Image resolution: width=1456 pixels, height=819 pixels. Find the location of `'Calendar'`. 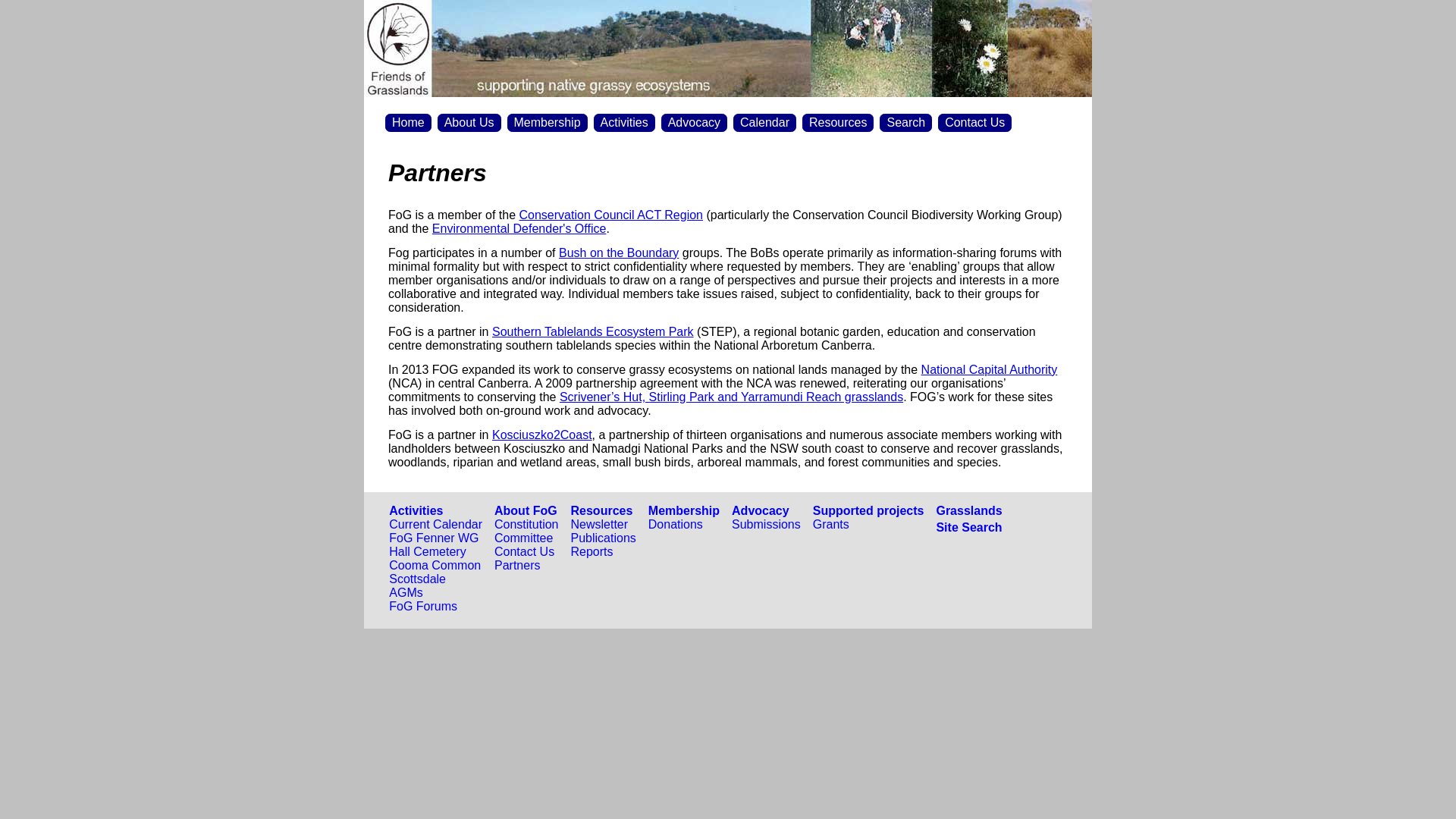

'Calendar' is located at coordinates (764, 122).